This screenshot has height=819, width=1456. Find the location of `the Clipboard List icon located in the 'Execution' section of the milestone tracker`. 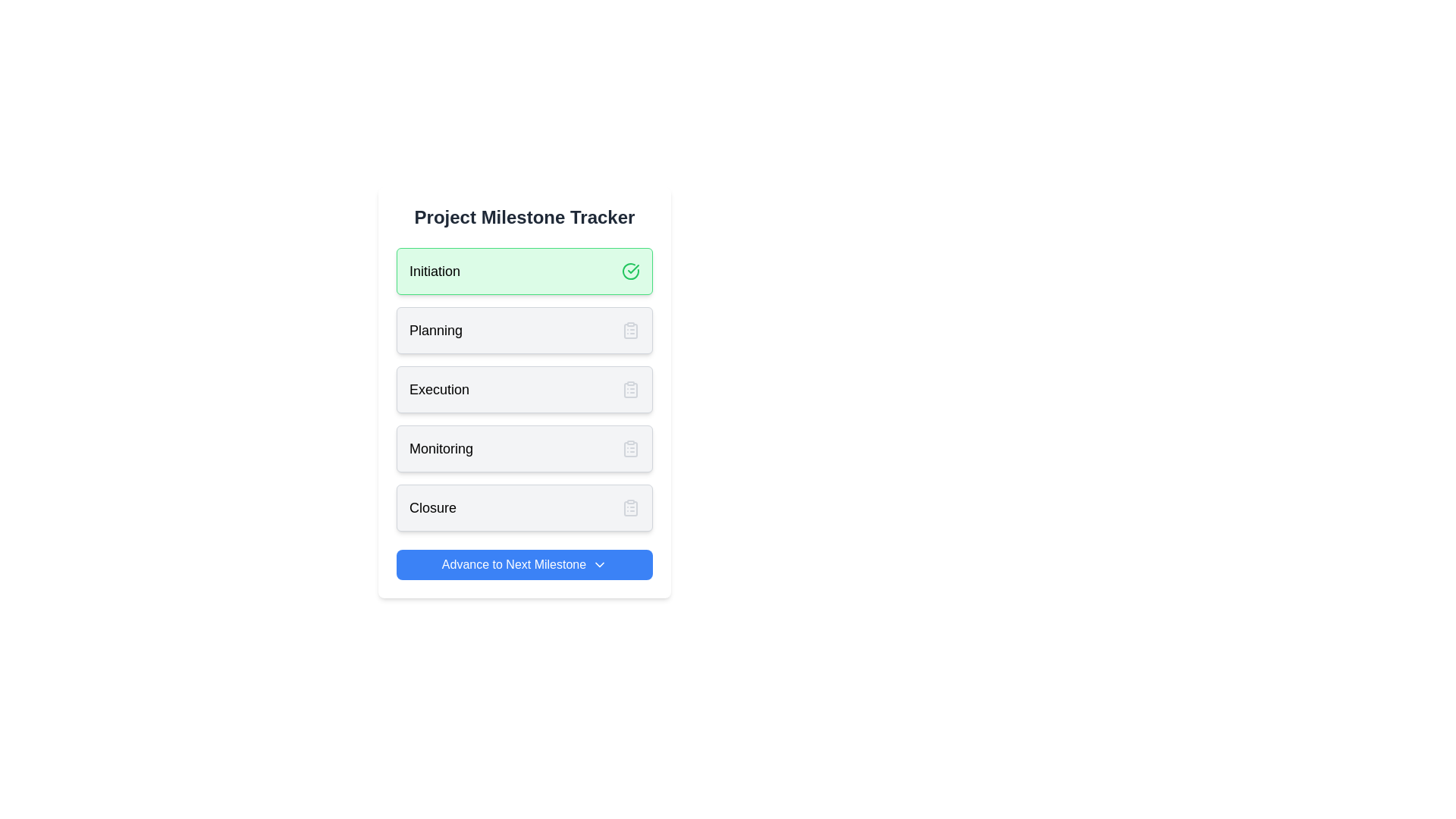

the Clipboard List icon located in the 'Execution' section of the milestone tracker is located at coordinates (630, 388).